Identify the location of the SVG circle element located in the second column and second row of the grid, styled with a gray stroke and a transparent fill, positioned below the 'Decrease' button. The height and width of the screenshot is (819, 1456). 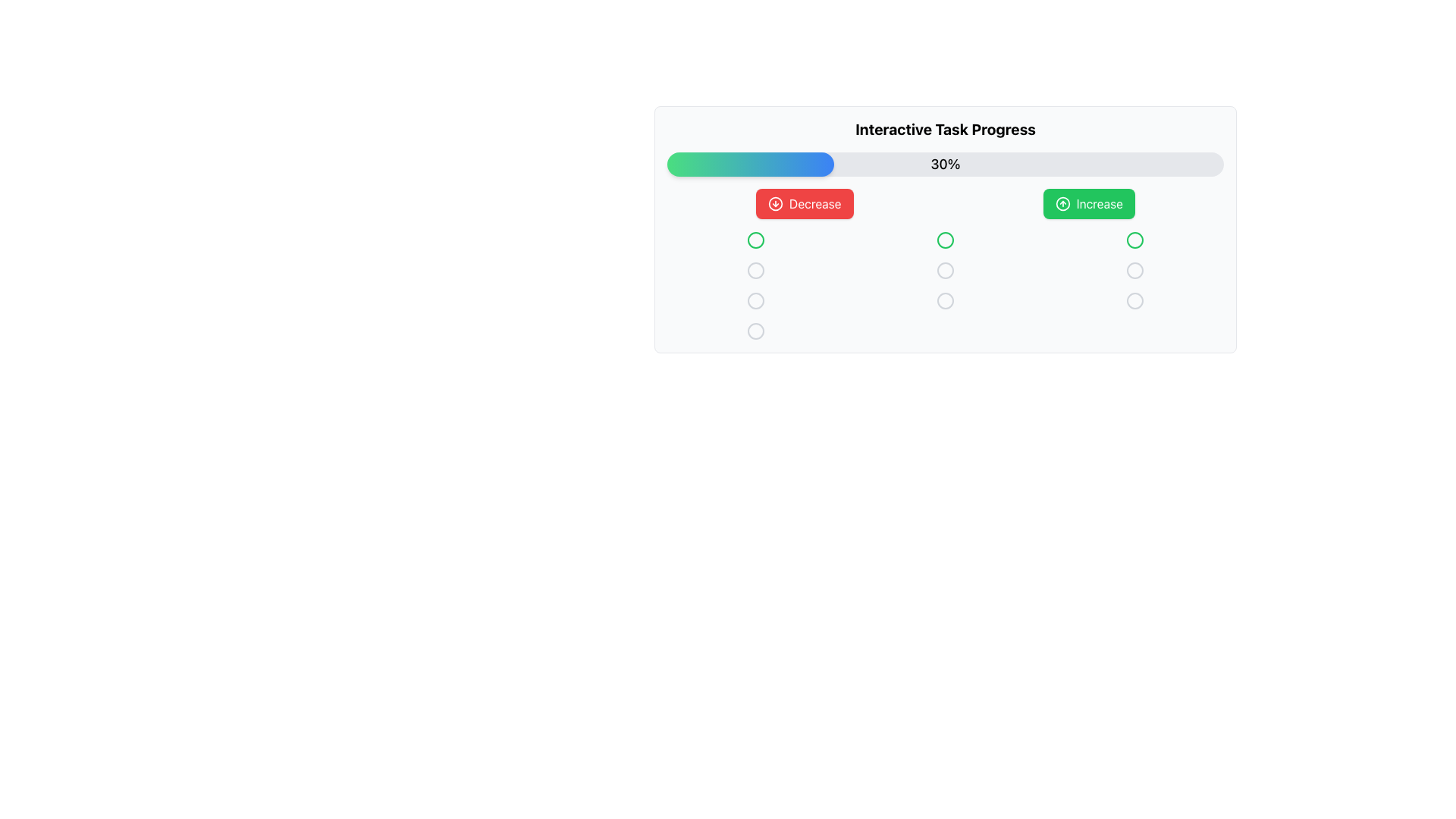
(756, 270).